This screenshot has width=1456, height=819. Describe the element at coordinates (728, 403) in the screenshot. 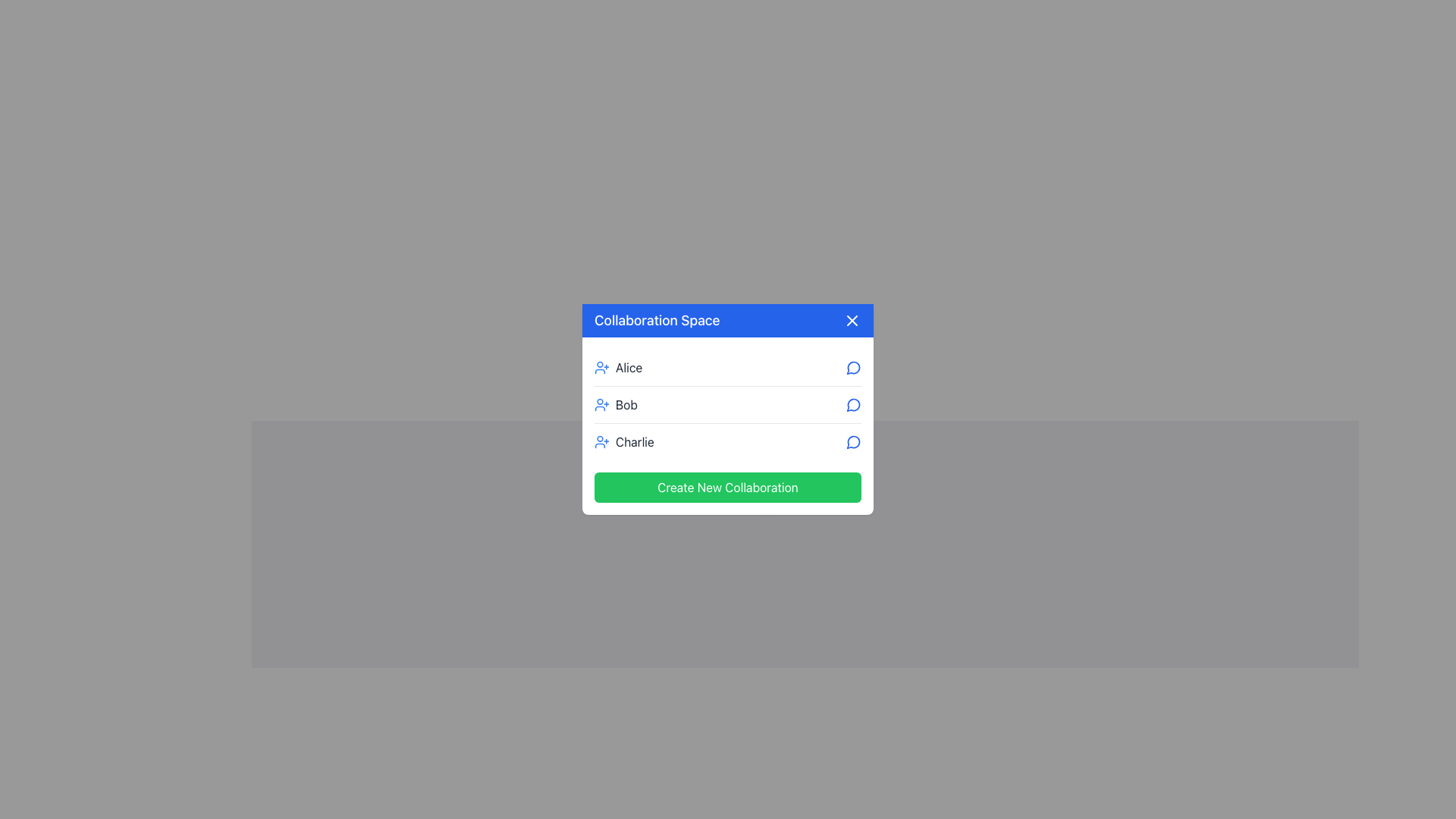

I see `the second row of the list item, which is located directly below 'Alice' and above 'Charlie'` at that location.